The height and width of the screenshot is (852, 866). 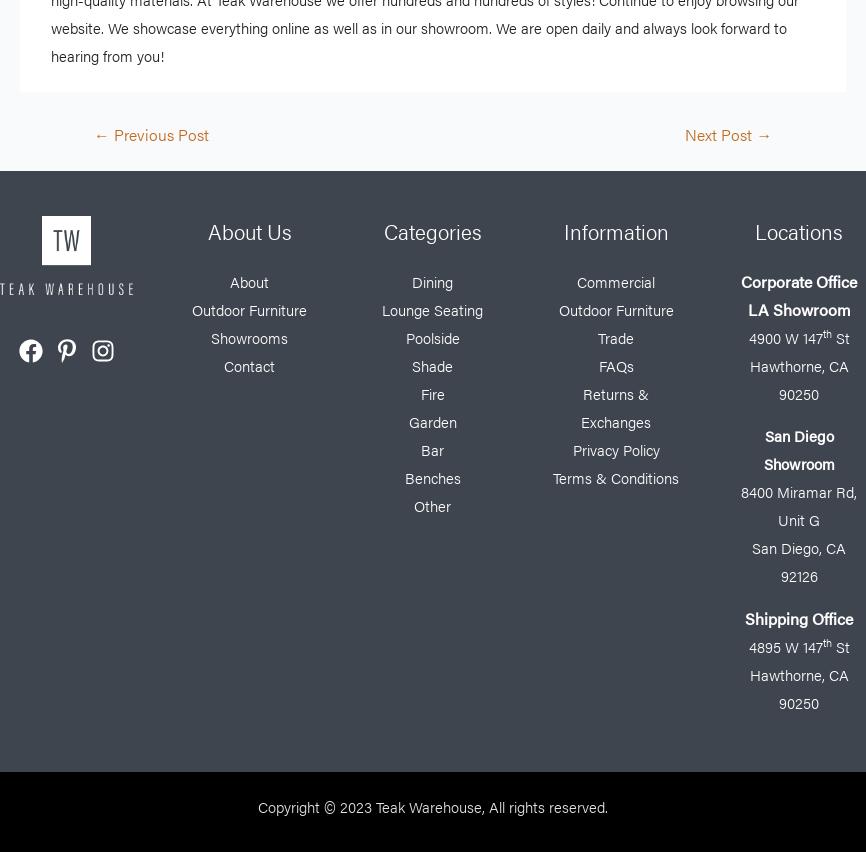 I want to click on 'Fire', so click(x=430, y=393).